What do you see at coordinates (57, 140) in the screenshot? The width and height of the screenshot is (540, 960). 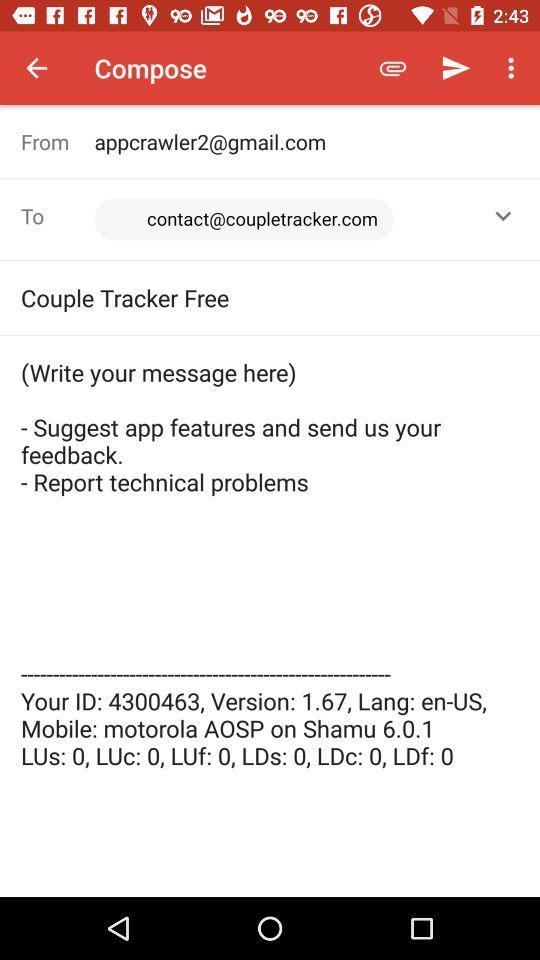 I see `from` at bounding box center [57, 140].